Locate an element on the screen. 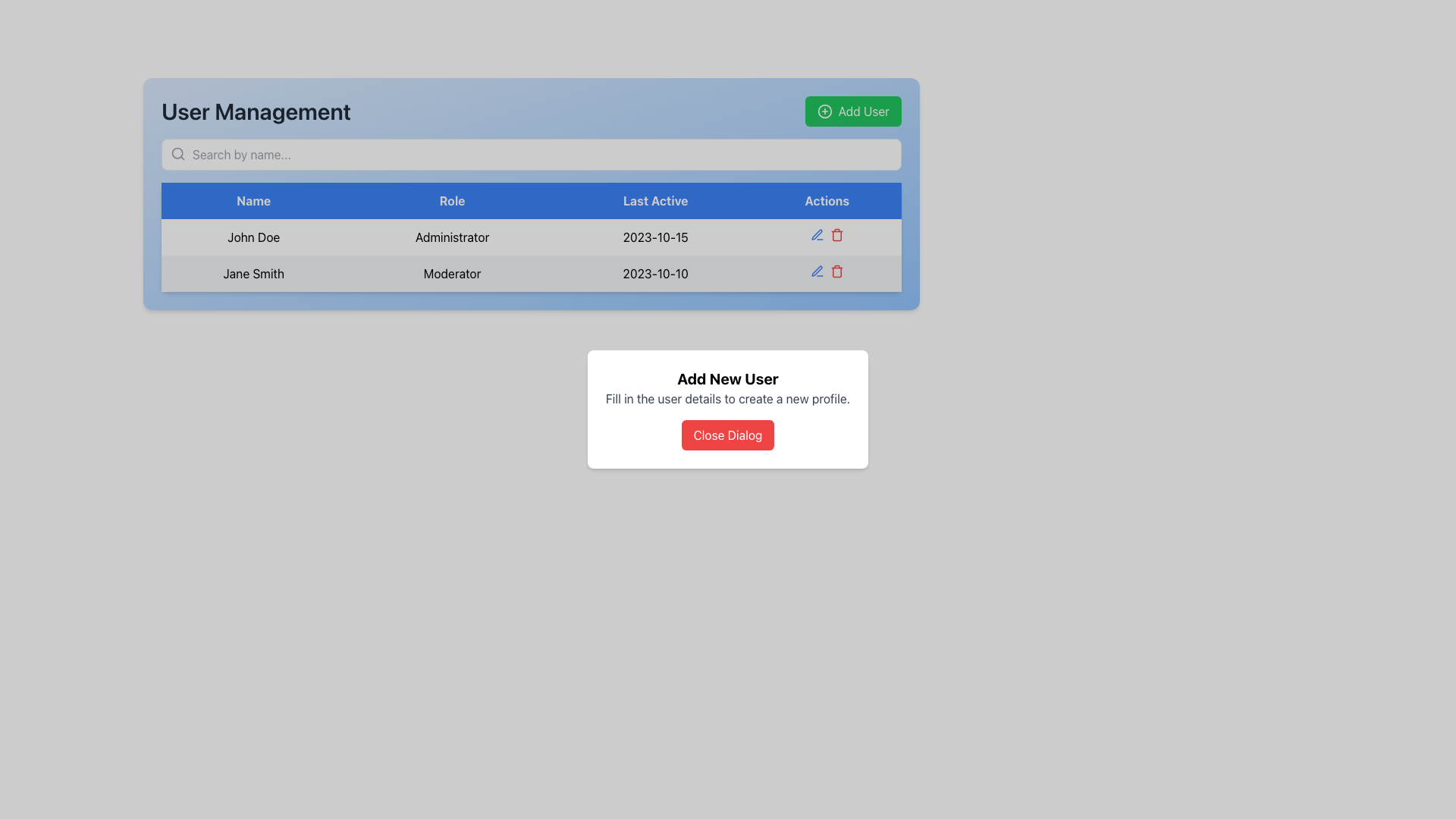 The height and width of the screenshot is (819, 1456). text 'Last Active' from the Table Header Cell, which is styled in white text on a blue background and is the third column header in the table layout is located at coordinates (655, 200).